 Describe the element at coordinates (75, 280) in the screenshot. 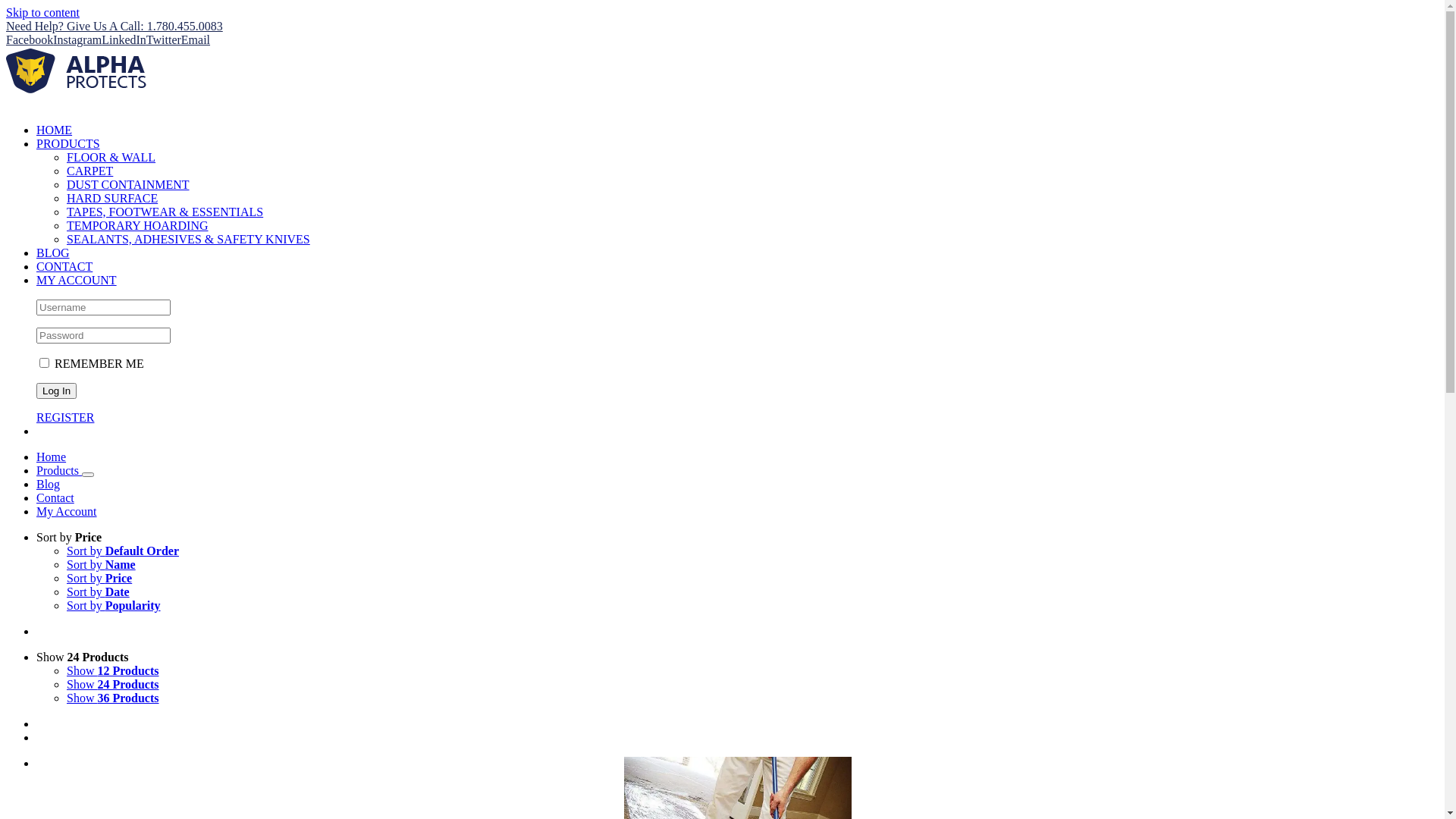

I see `'MY ACCOUNT'` at that location.